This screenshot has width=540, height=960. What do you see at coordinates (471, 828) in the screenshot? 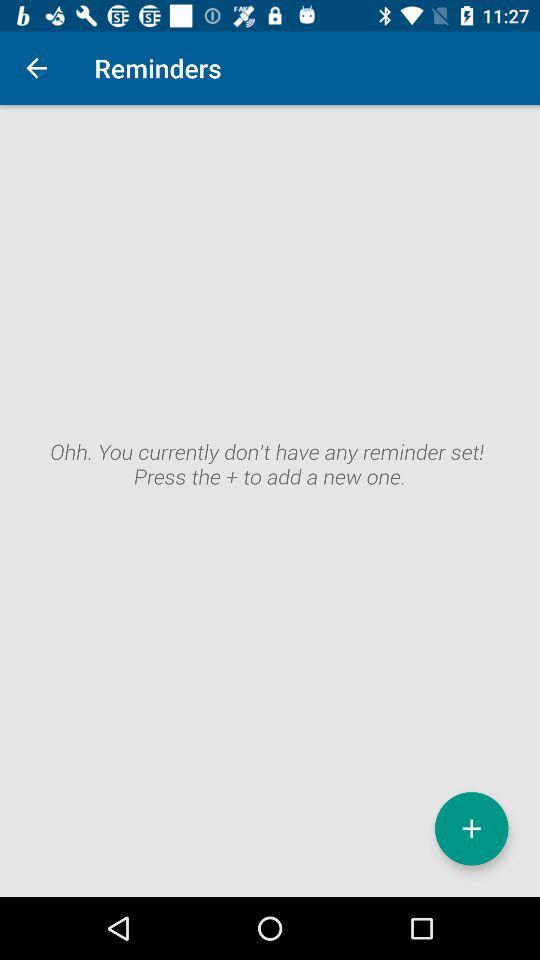
I see `icon at the bottom right corner` at bounding box center [471, 828].